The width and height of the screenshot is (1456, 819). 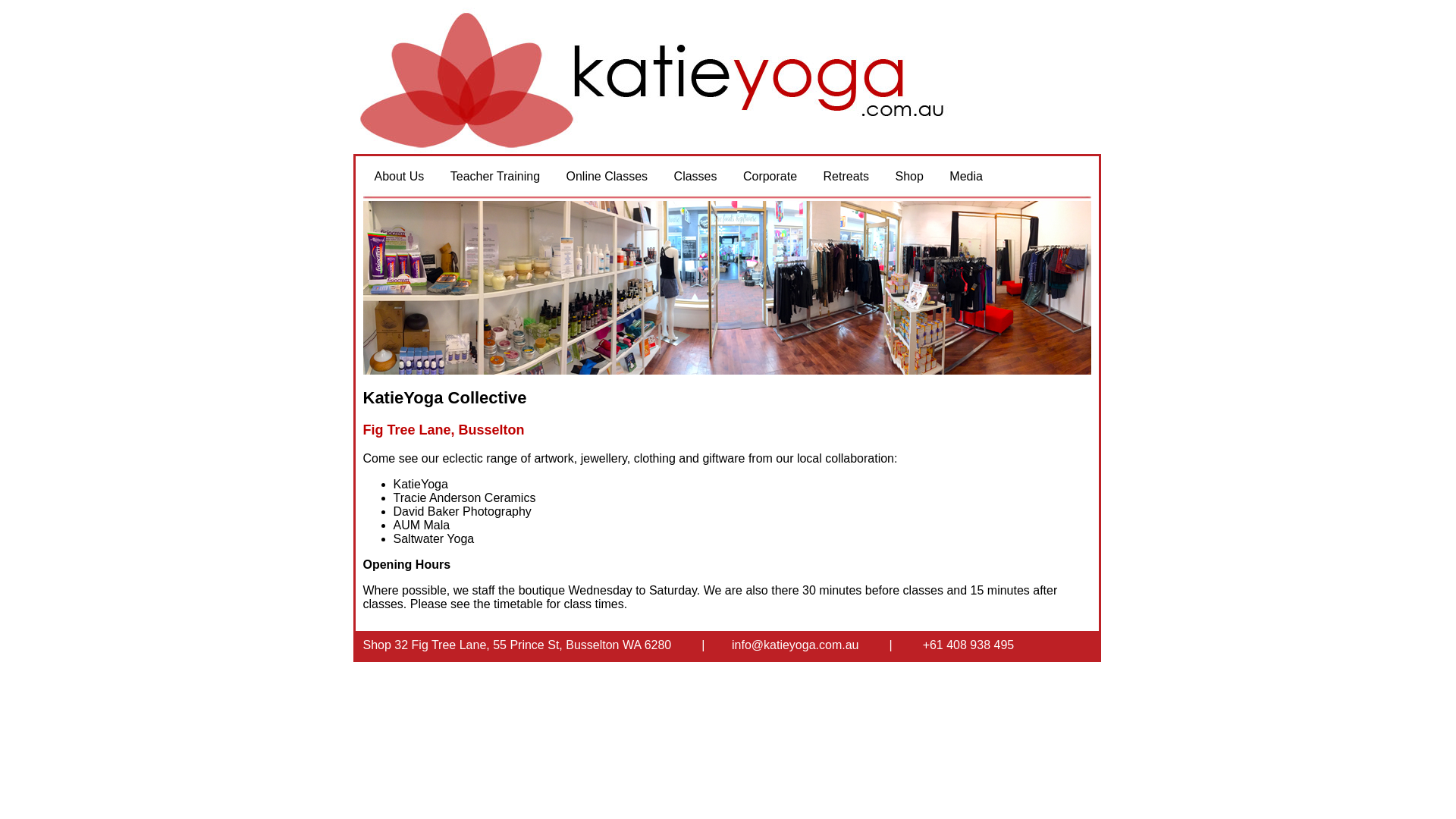 What do you see at coordinates (883, 175) in the screenshot?
I see `'Shop'` at bounding box center [883, 175].